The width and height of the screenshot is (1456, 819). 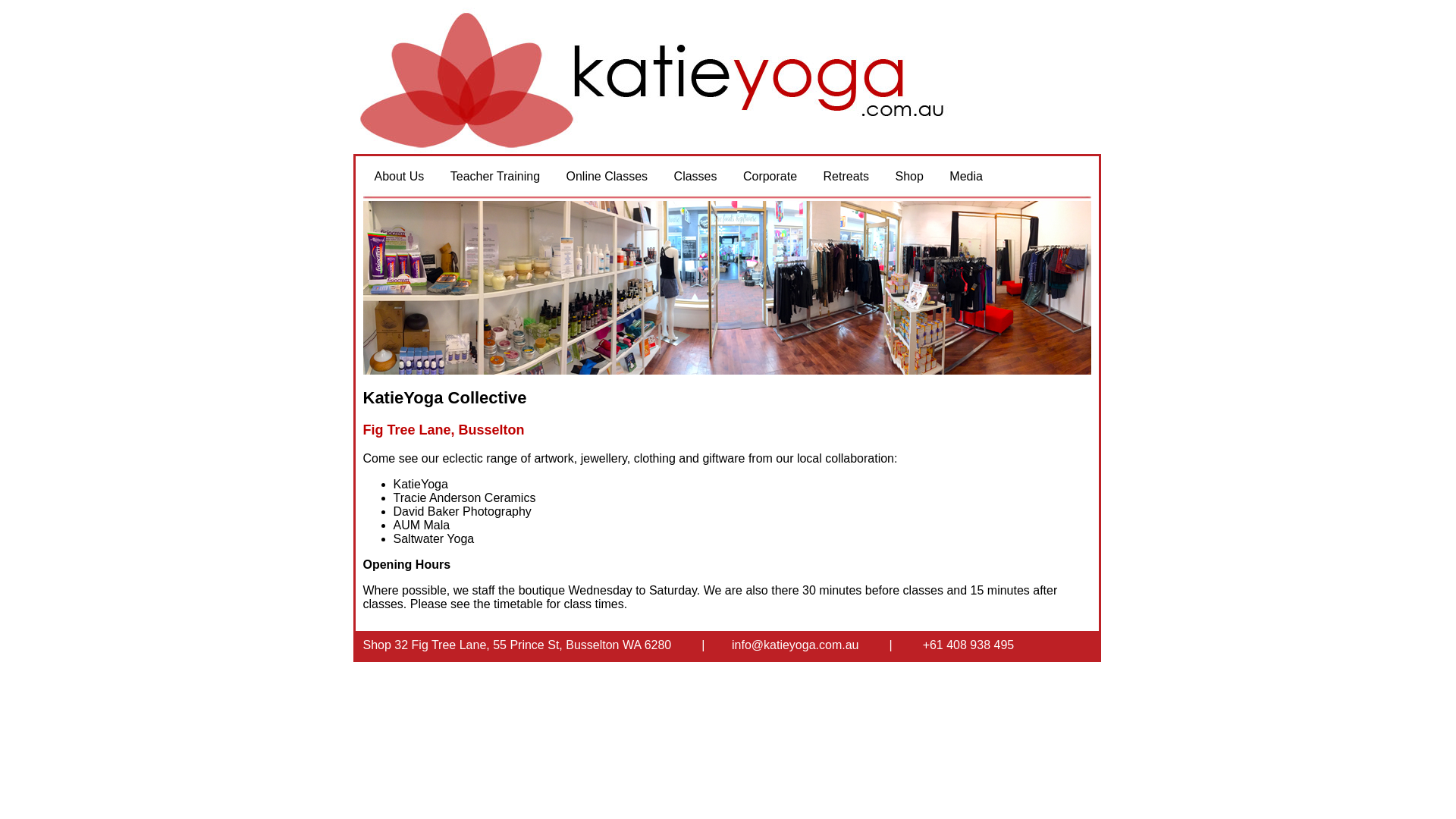 What do you see at coordinates (883, 175) in the screenshot?
I see `'Shop'` at bounding box center [883, 175].